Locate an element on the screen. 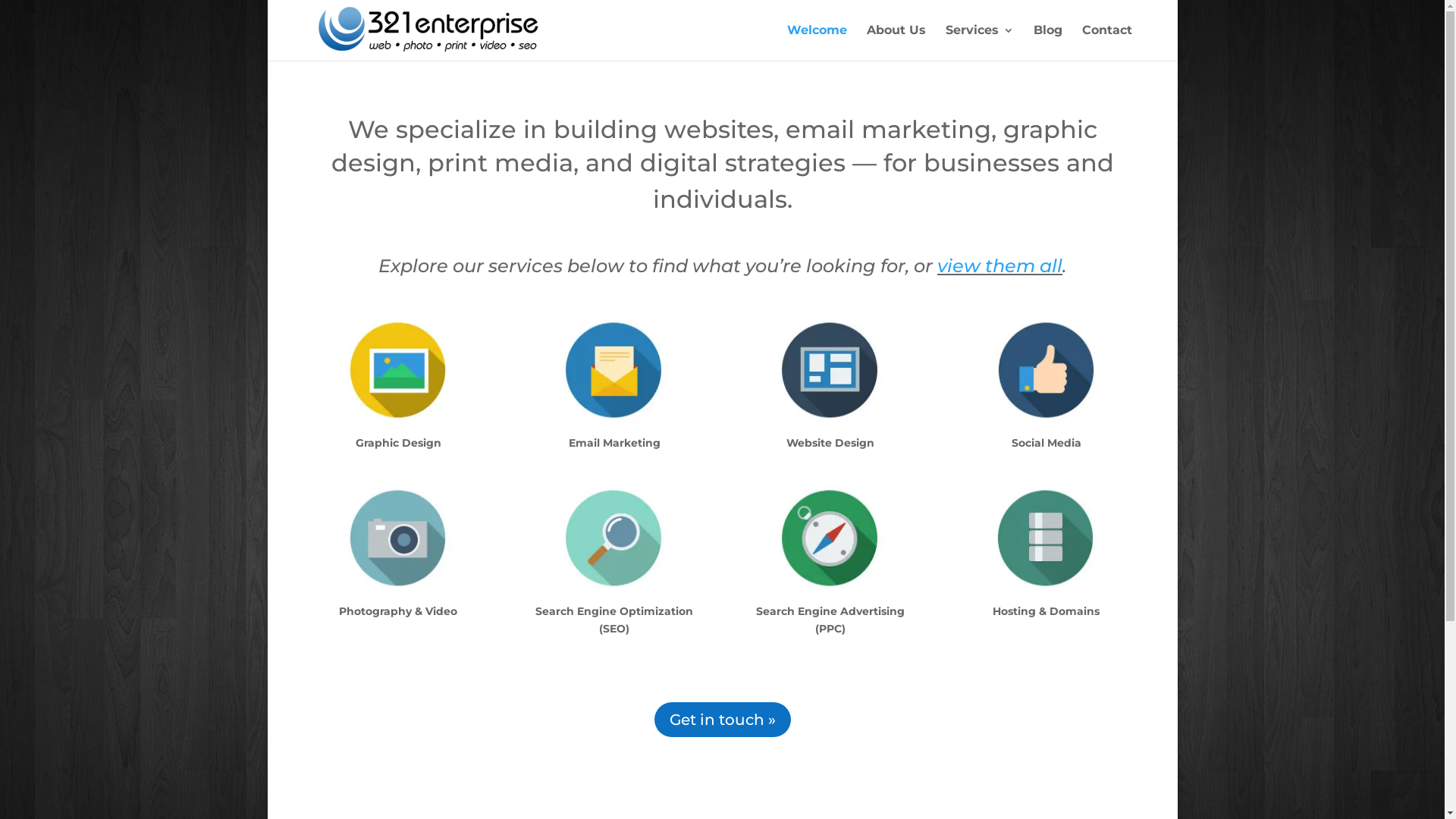 The image size is (1456, 819). 'picture-tout' is located at coordinates (397, 370).